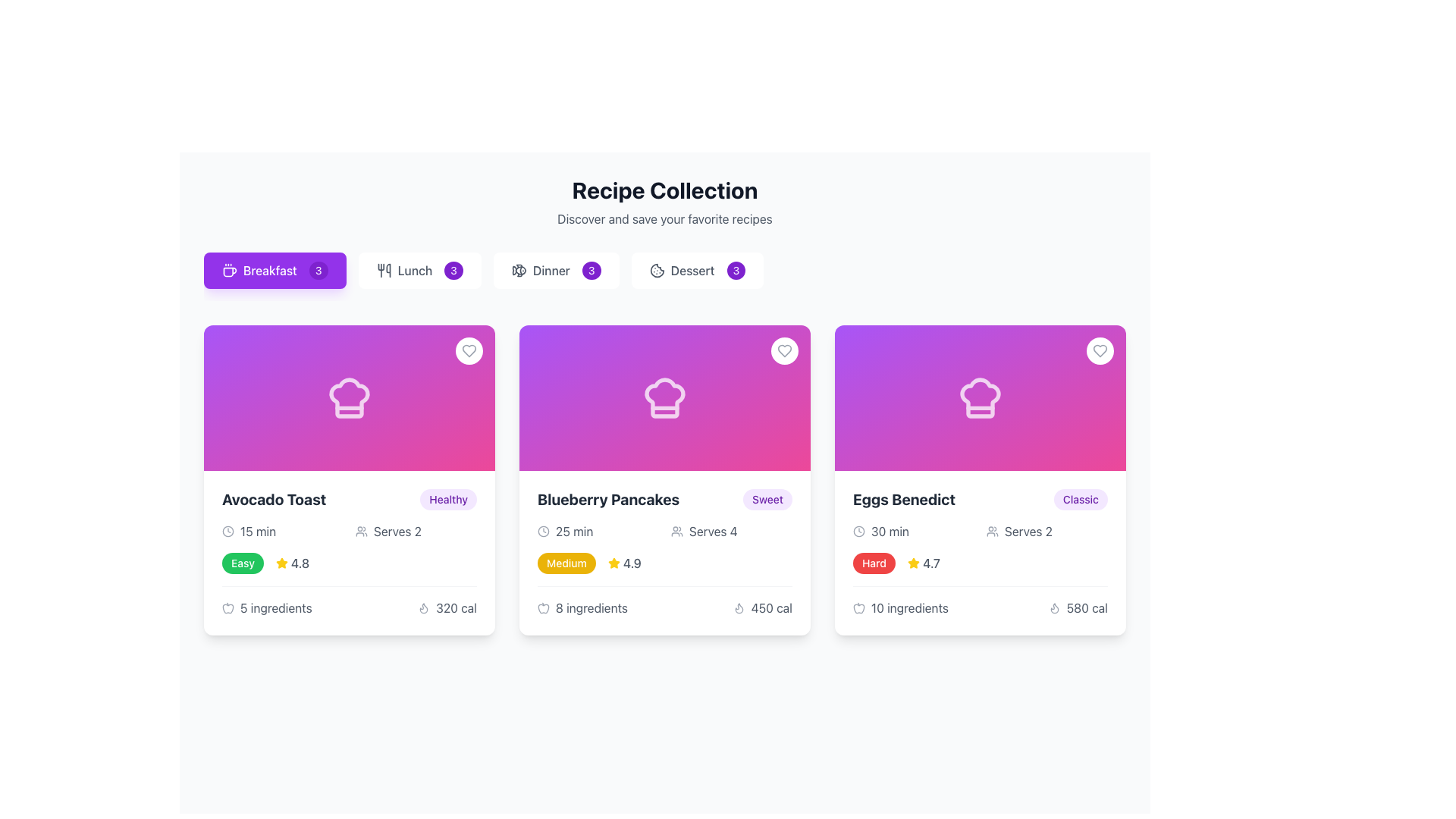 Image resolution: width=1456 pixels, height=819 pixels. What do you see at coordinates (665, 531) in the screenshot?
I see `the text displaying the preparation time and number of servings for the recipe 'Blueberry Pancakes', located below the heading and above the difficulty label` at bounding box center [665, 531].